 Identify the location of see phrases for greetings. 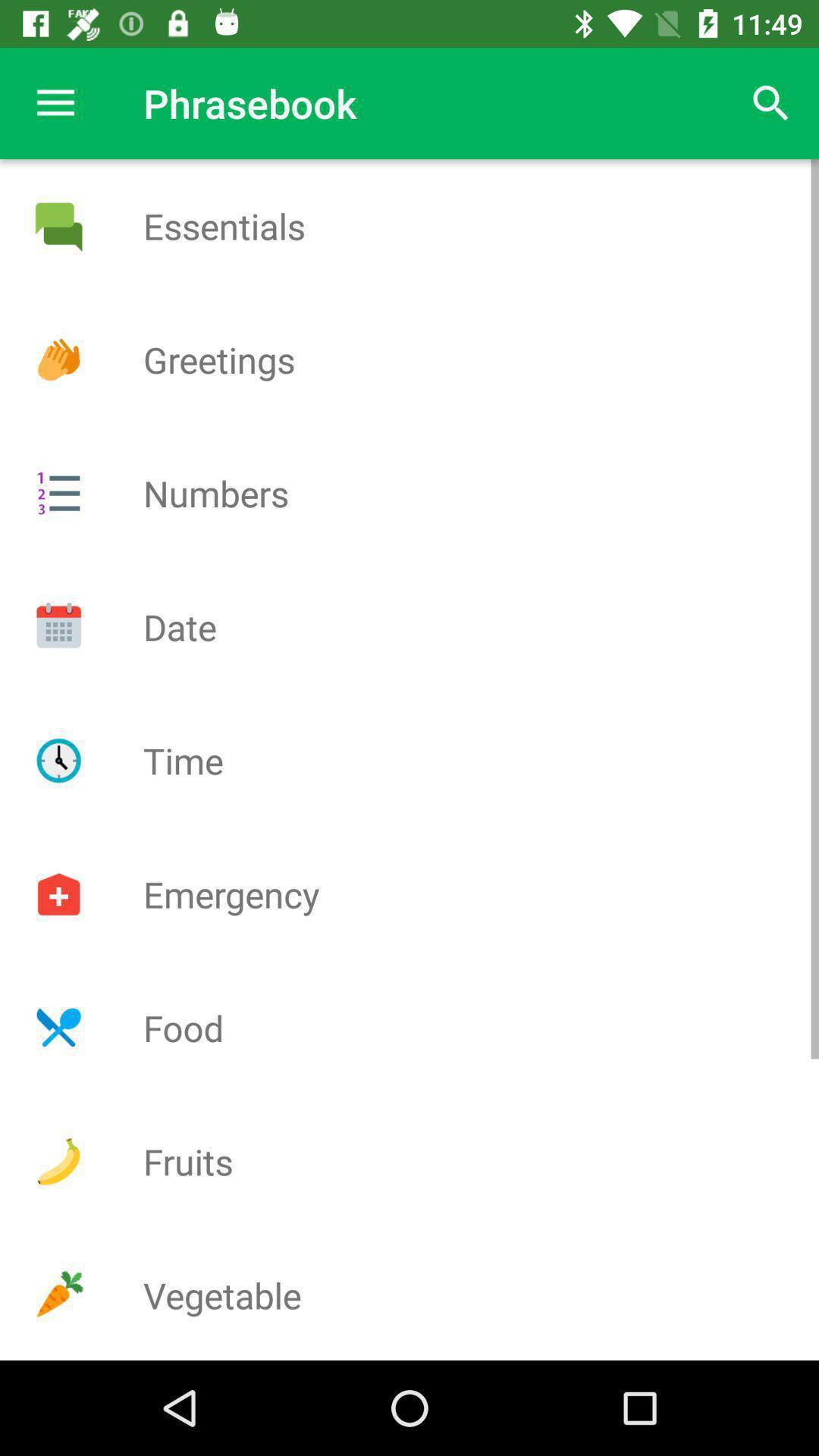
(58, 359).